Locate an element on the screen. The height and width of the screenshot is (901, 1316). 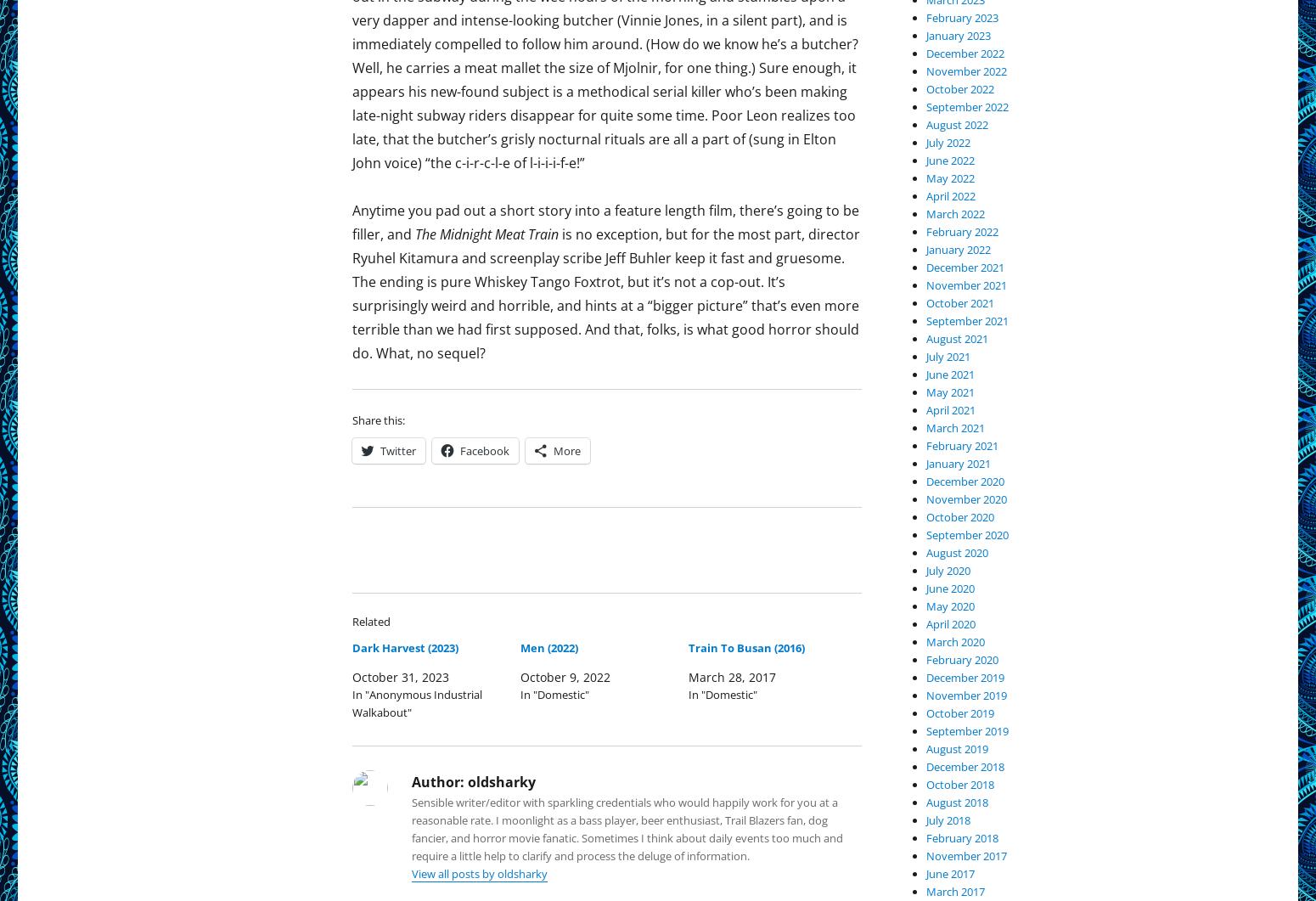
'October 9, 2022' is located at coordinates (520, 677).